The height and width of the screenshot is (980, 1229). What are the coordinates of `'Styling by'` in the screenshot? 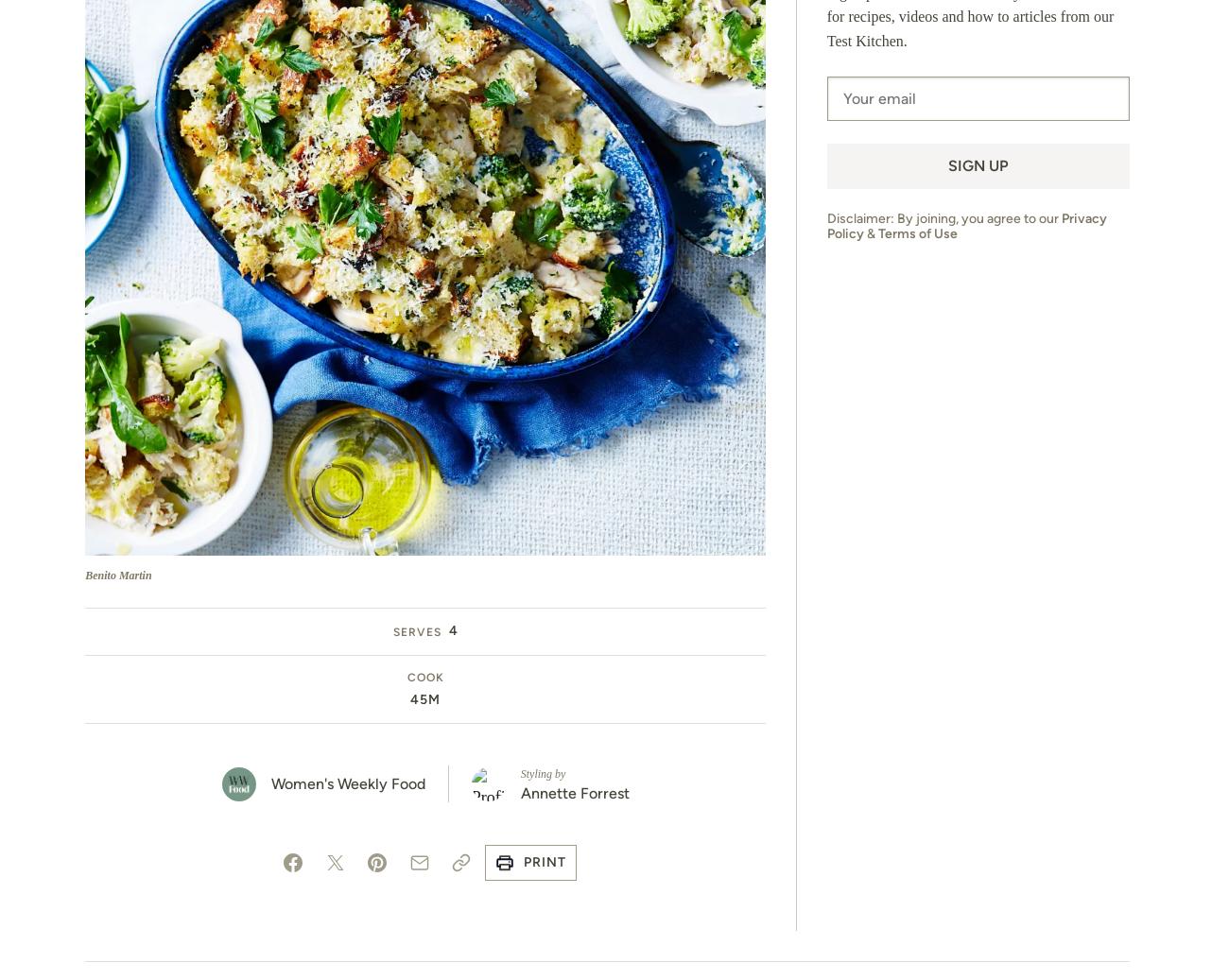 It's located at (541, 774).